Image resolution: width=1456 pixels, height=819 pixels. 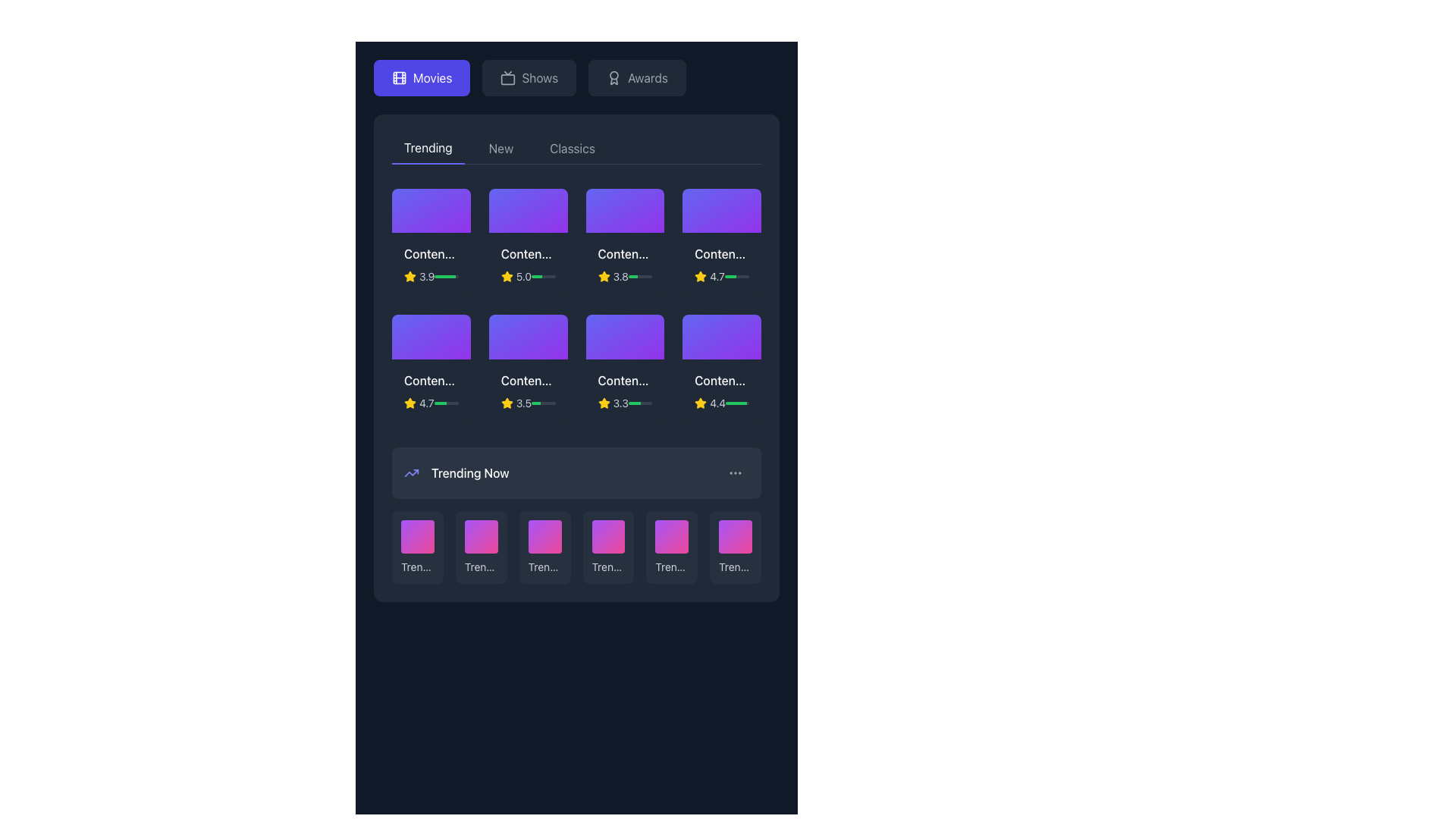 What do you see at coordinates (671, 535) in the screenshot?
I see `the Decorative placeholder or thumbnail in the 'Trending Now' section, which is a square-shaped gradient-filled figure transitioning from purple to pink, located in the fifth position of the bottom carousel` at bounding box center [671, 535].